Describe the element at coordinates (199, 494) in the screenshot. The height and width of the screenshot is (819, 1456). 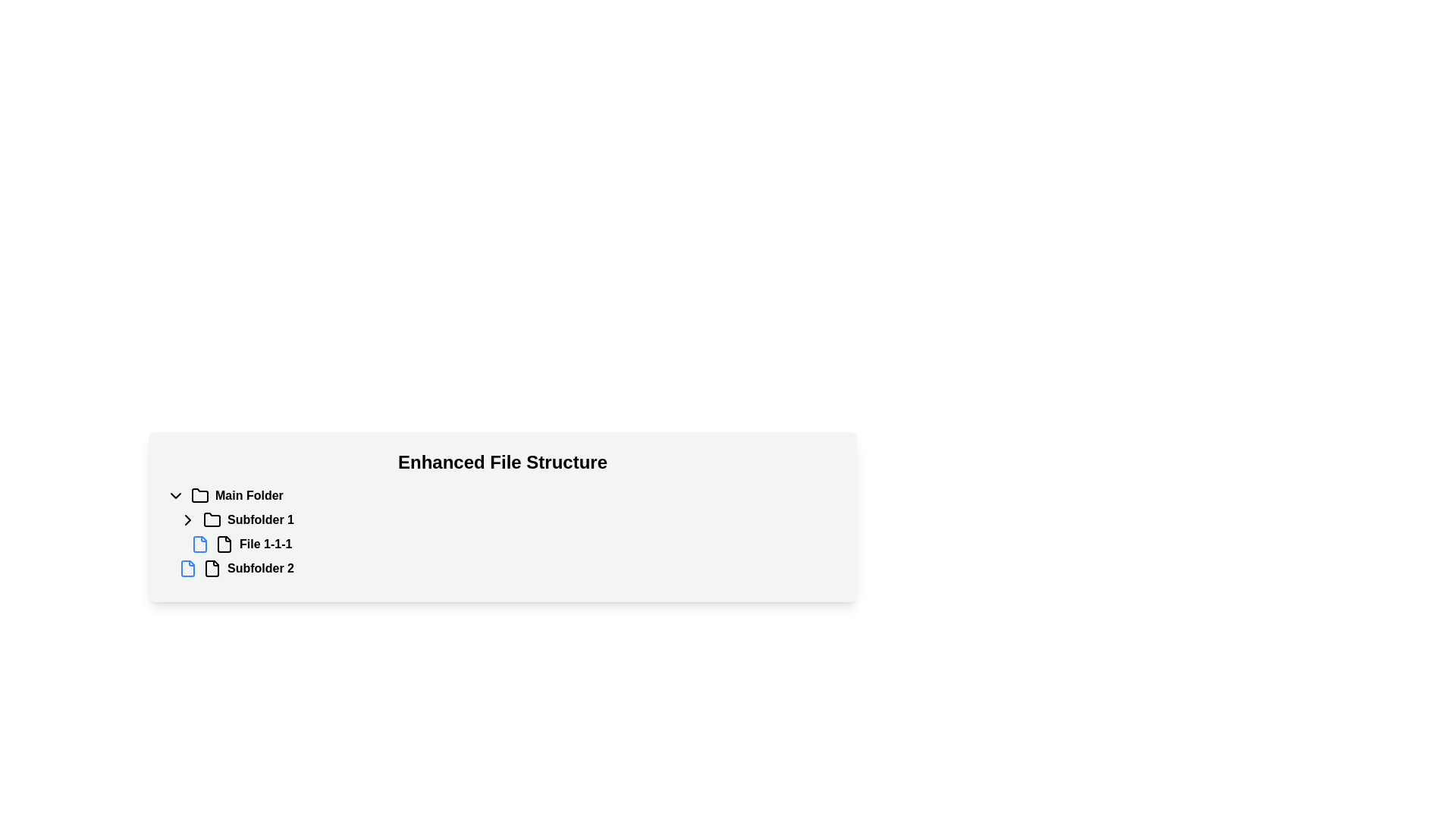
I see `the folder icon representing 'Main Folder', which is visually identifiable and located next to the text 'Main Folder' in the file structure interface` at that location.